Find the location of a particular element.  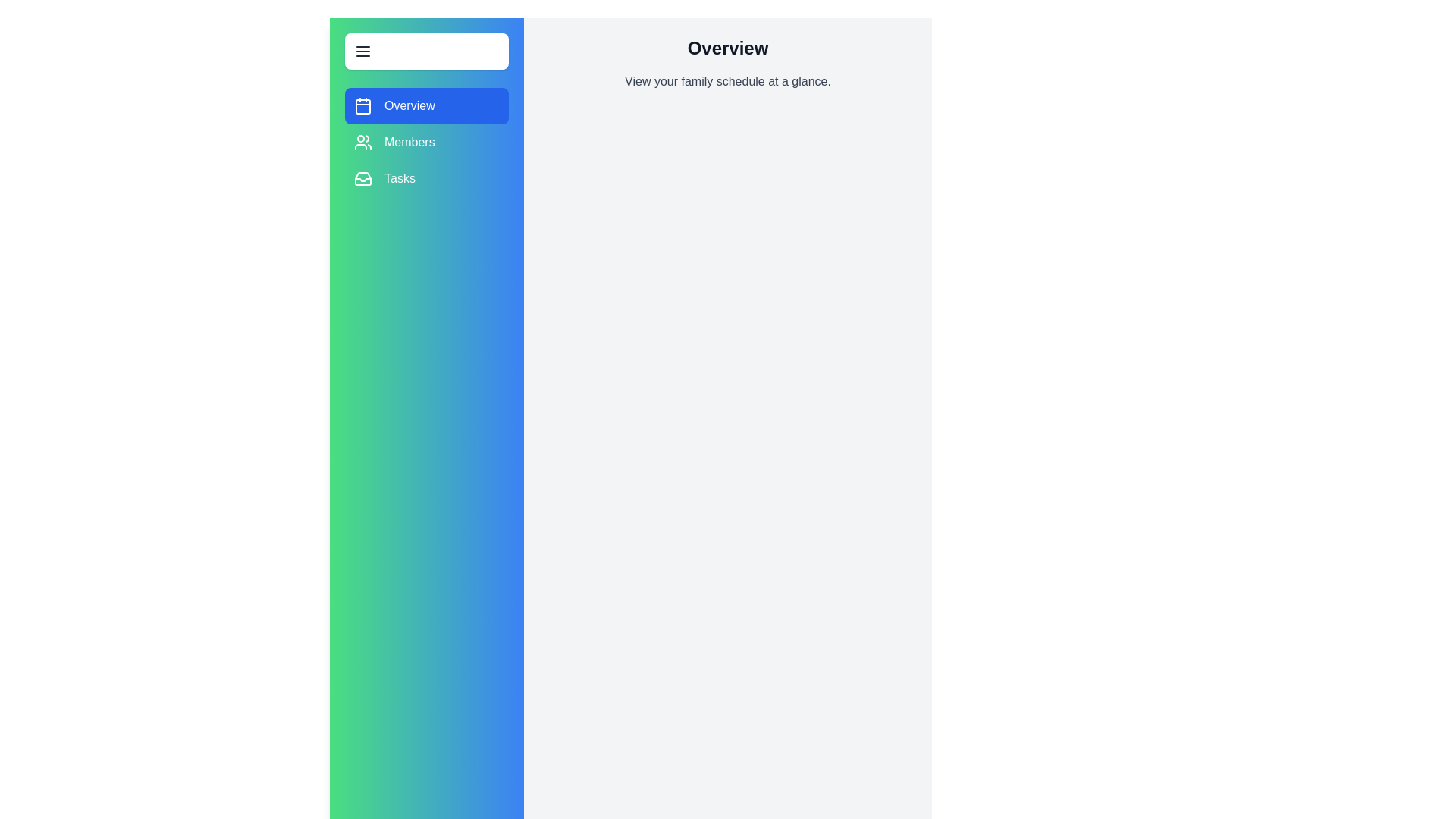

the Overview section from the menu is located at coordinates (425, 105).